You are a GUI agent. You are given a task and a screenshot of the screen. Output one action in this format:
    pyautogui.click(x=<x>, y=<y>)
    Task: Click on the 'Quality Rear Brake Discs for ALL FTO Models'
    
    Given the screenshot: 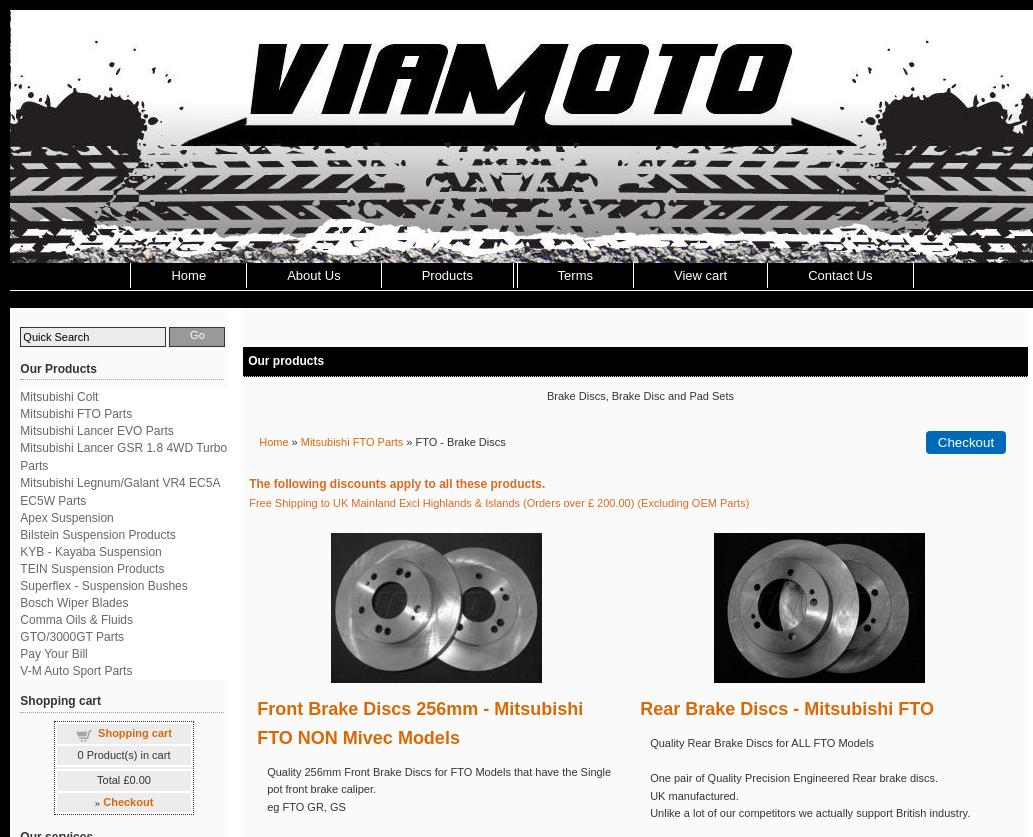 What is the action you would take?
    pyautogui.click(x=761, y=742)
    